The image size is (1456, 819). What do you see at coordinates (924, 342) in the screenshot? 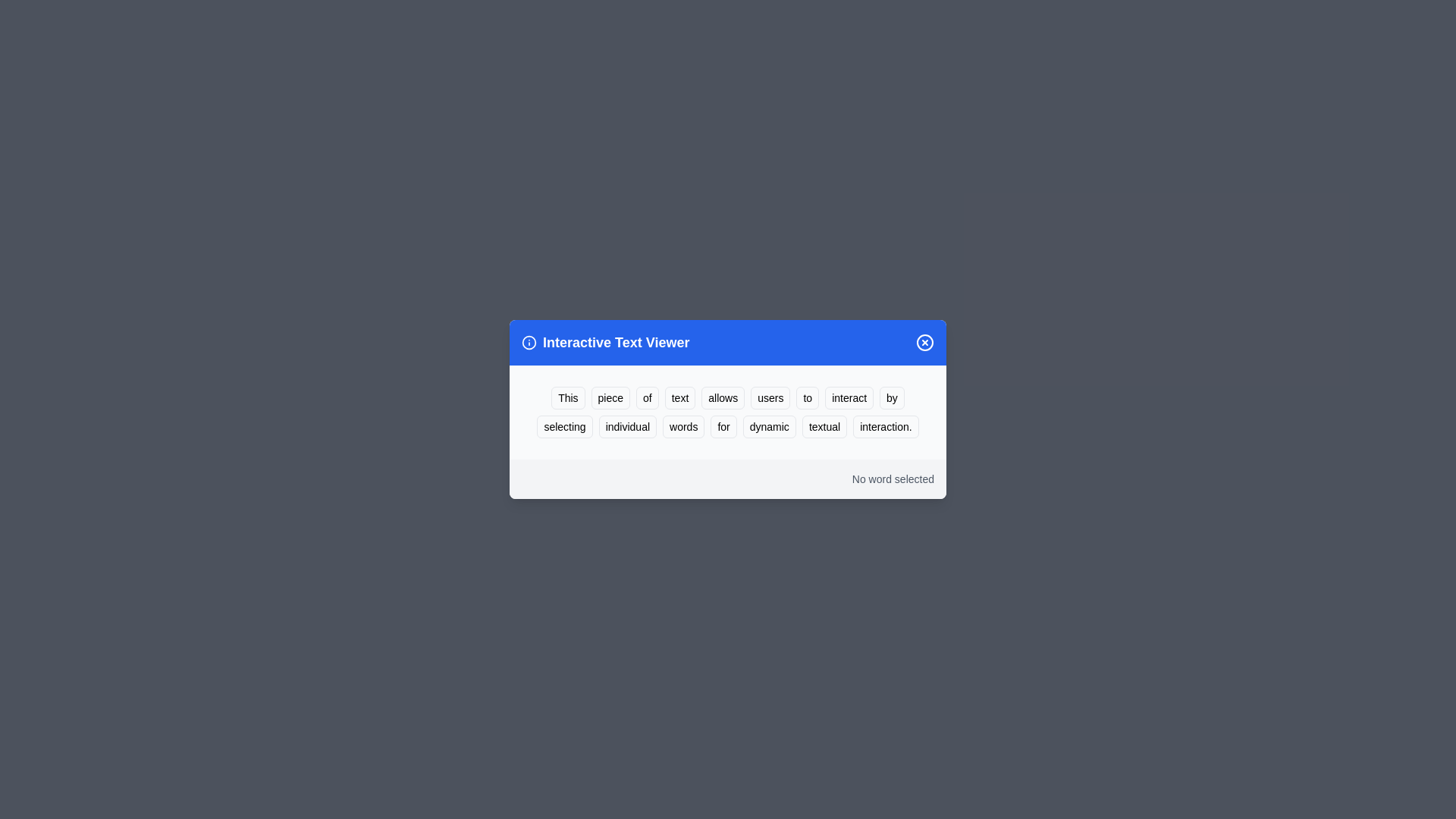
I see `close button located at the top-right corner of the dialog box` at bounding box center [924, 342].